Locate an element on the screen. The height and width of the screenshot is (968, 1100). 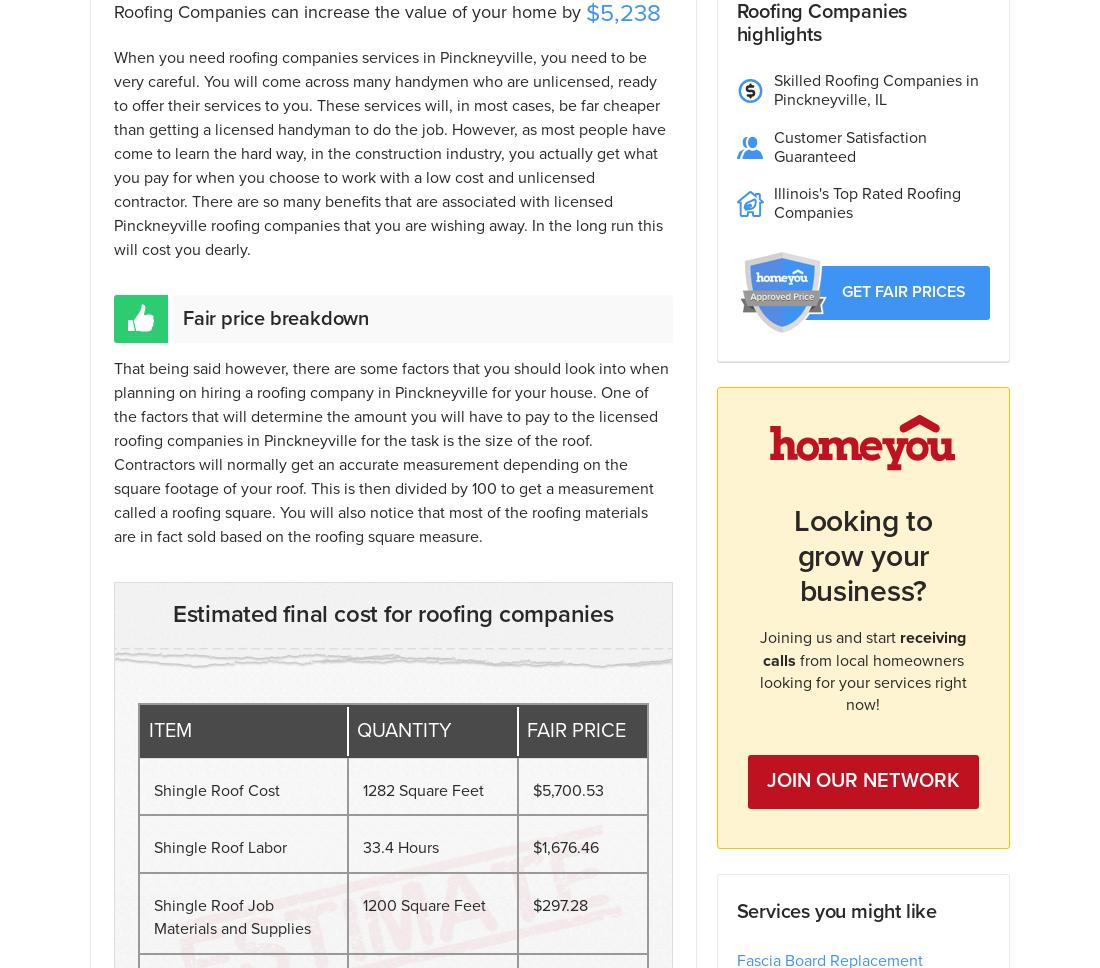
'Get fair prices' is located at coordinates (902, 289).